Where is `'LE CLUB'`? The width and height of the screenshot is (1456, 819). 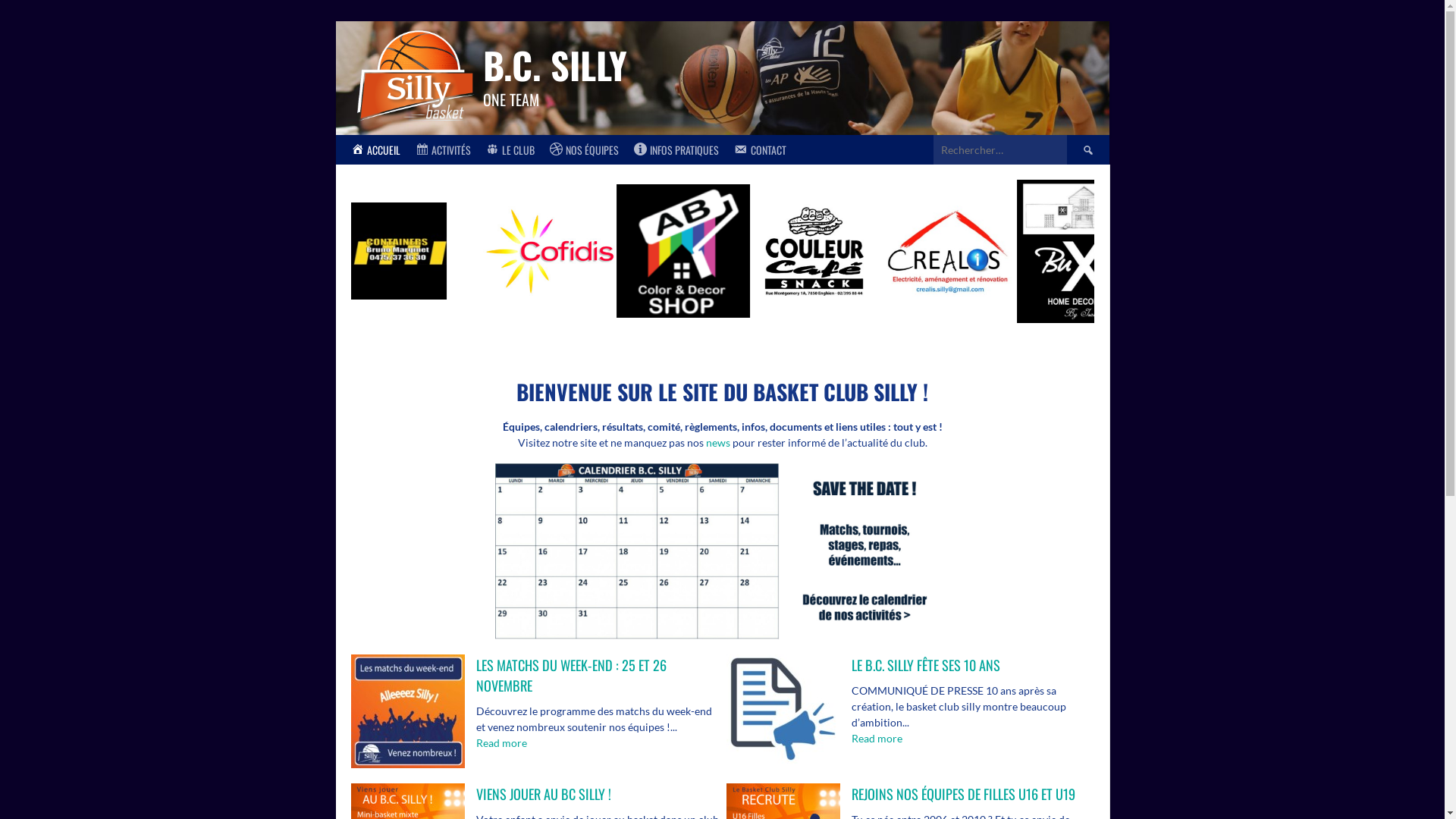
'LE CLUB' is located at coordinates (510, 149).